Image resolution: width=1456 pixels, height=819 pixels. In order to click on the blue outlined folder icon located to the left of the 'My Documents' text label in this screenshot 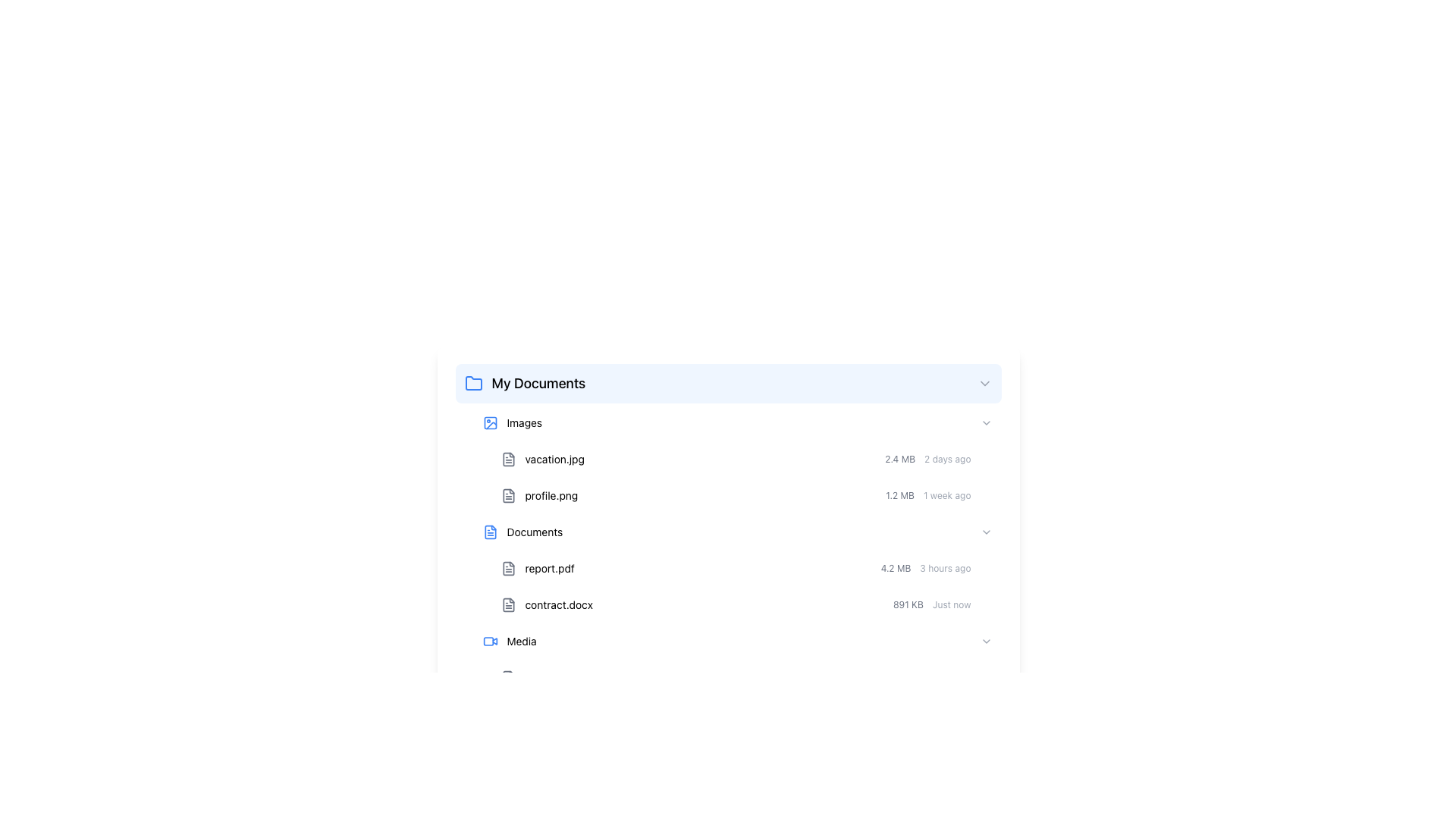, I will do `click(472, 382)`.